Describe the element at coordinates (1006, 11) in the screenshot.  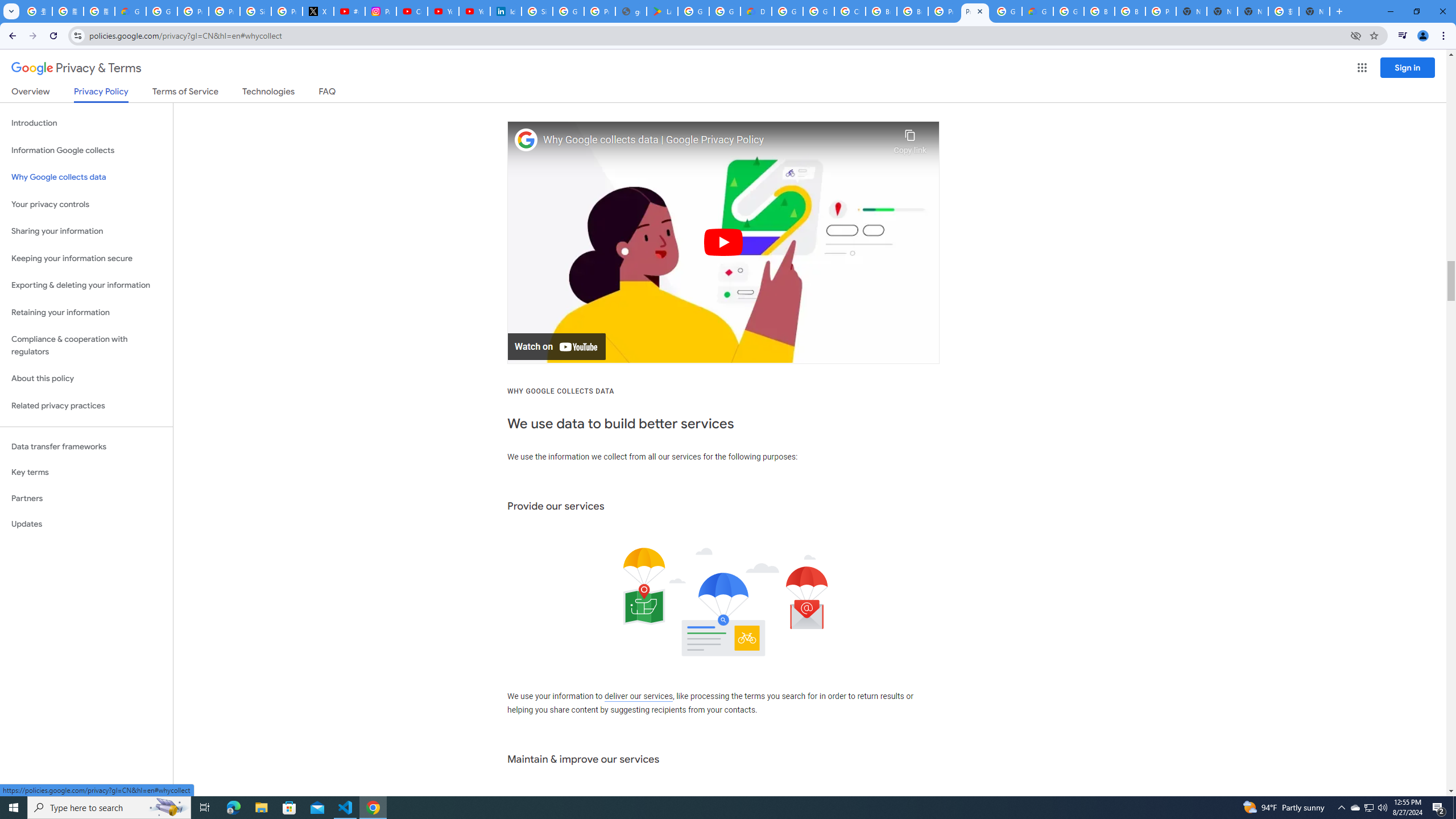
I see `'Google Cloud Platform'` at that location.